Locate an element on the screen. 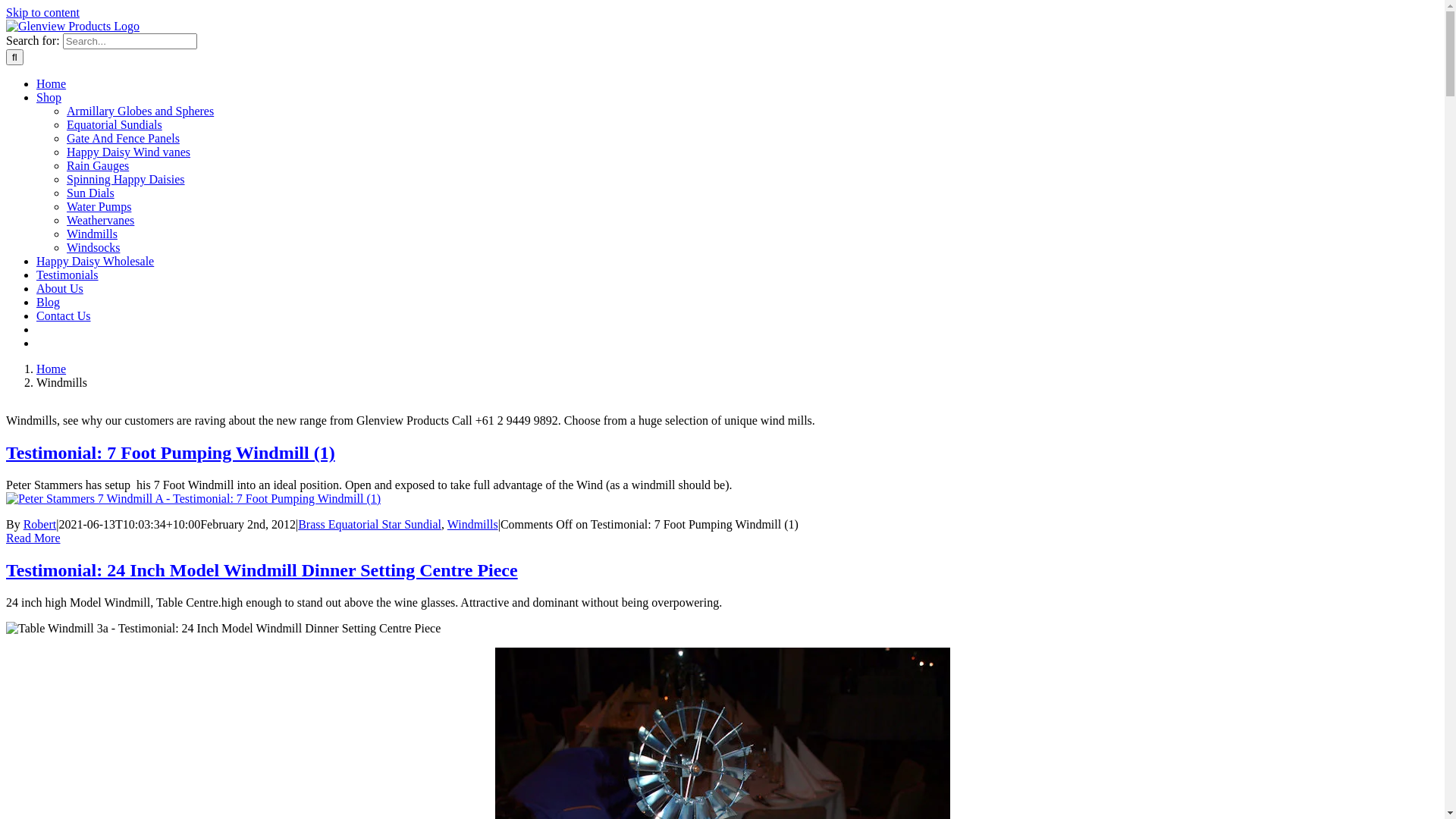 The image size is (1456, 819). 'About Us' is located at coordinates (59, 288).